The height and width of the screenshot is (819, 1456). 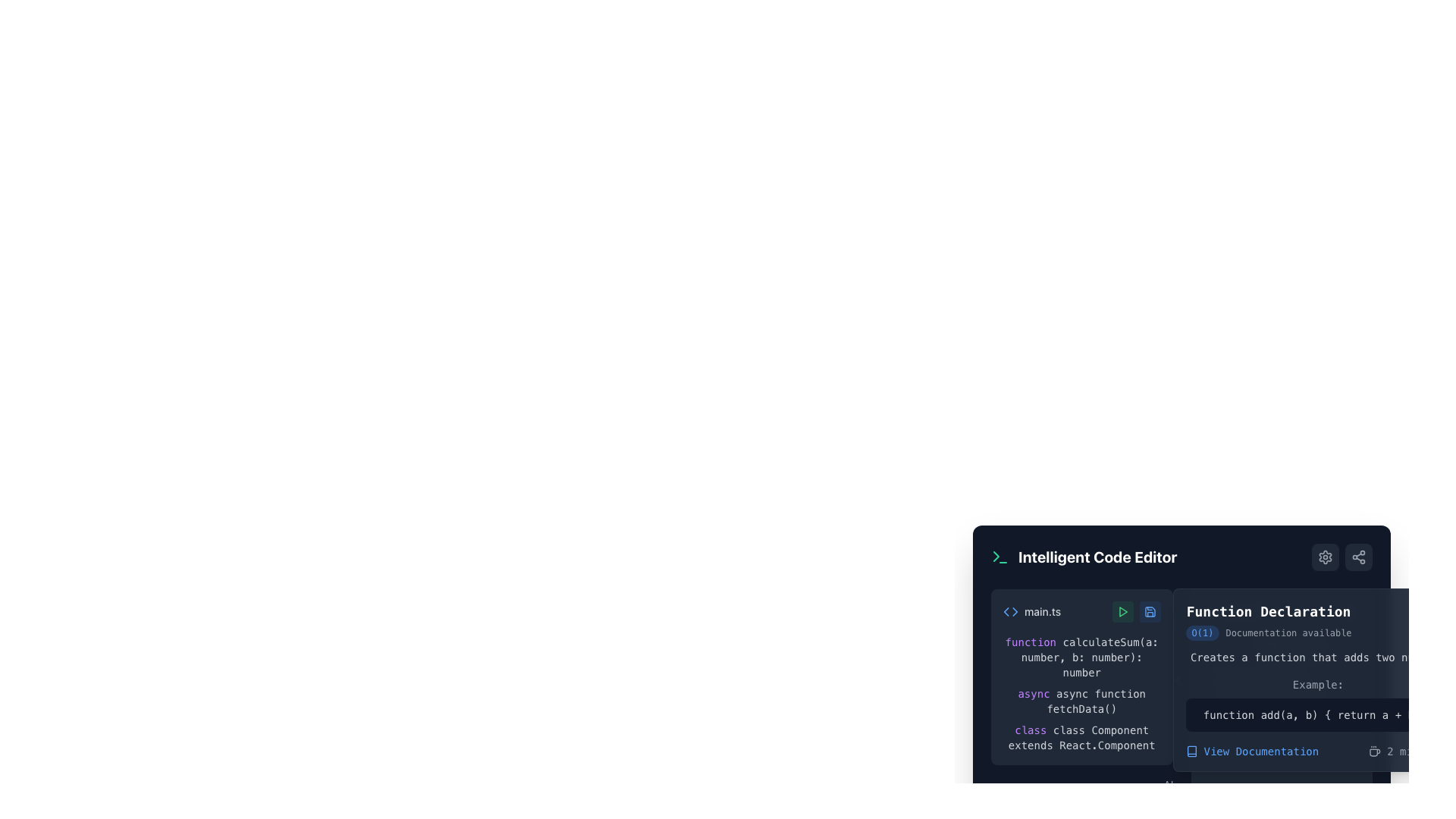 I want to click on the save icon element, which is part of an SVG graphic located in the bottom-right corner of the interface, indicating saving actions, so click(x=1150, y=610).